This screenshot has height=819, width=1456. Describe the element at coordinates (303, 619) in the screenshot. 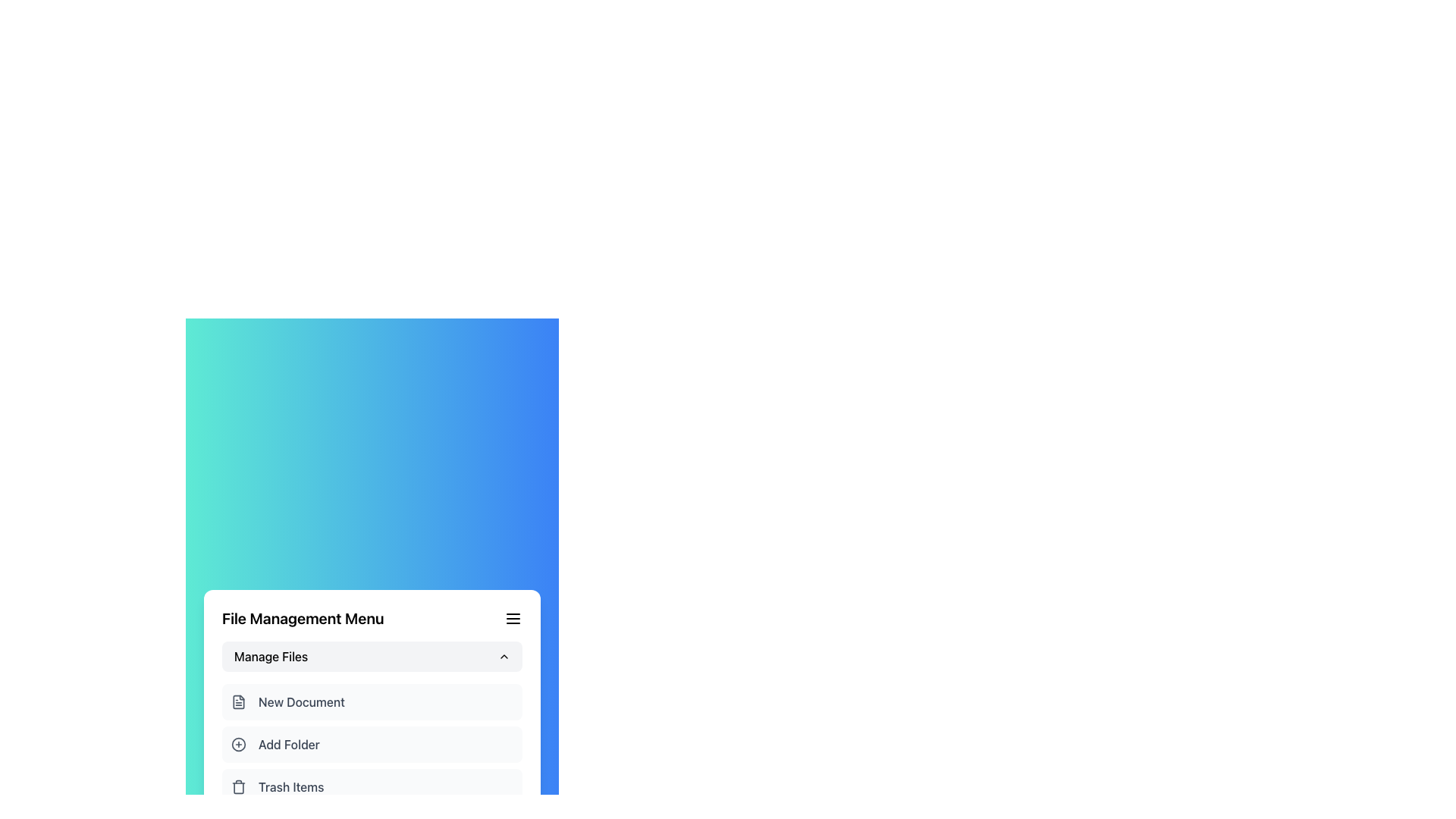

I see `the bold, black-text label that says 'File Management Menu', which is prominently positioned in the header of the file management interface` at that location.